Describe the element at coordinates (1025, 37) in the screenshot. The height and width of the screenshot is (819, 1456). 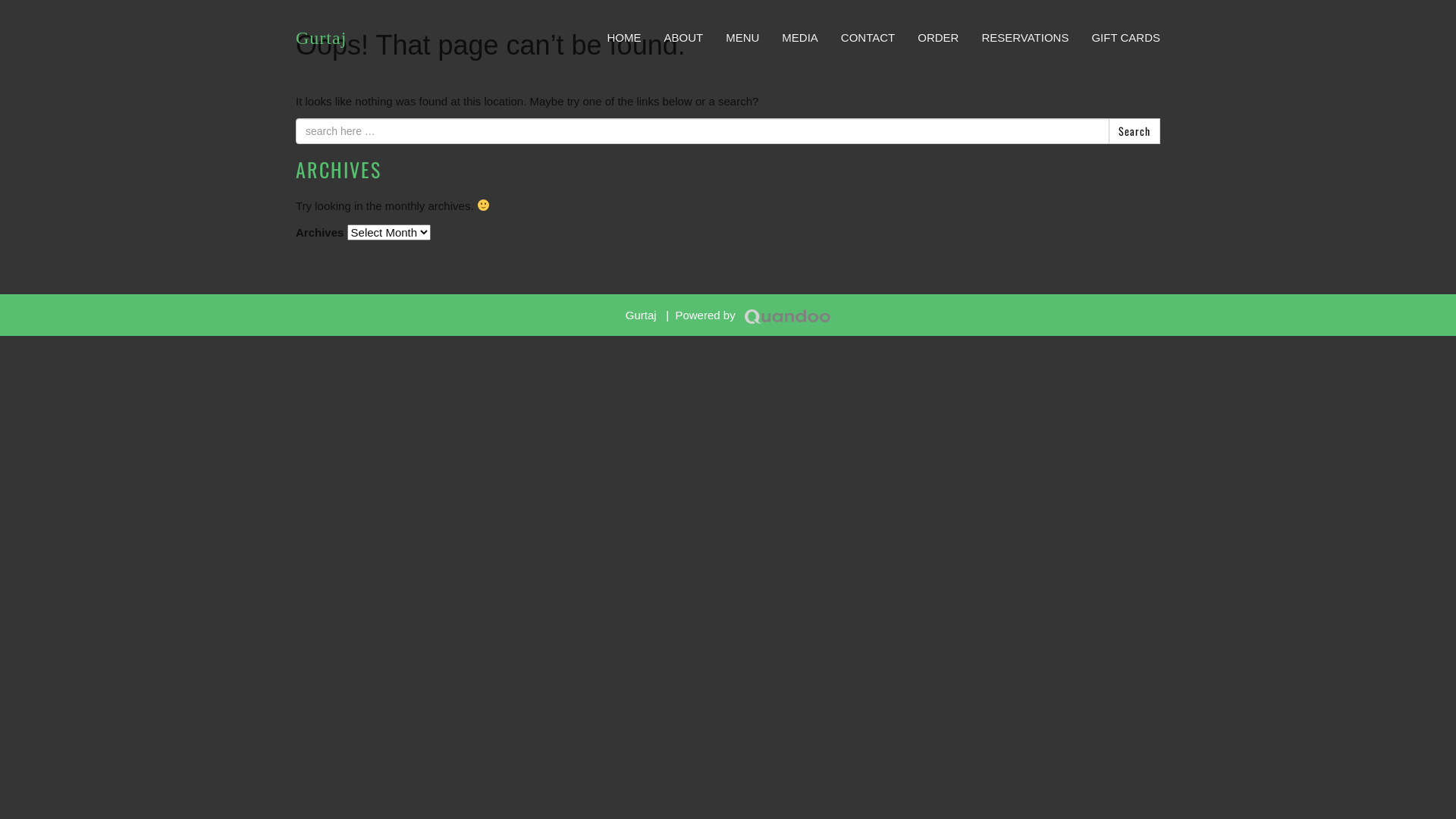
I see `'RESERVATIONS'` at that location.